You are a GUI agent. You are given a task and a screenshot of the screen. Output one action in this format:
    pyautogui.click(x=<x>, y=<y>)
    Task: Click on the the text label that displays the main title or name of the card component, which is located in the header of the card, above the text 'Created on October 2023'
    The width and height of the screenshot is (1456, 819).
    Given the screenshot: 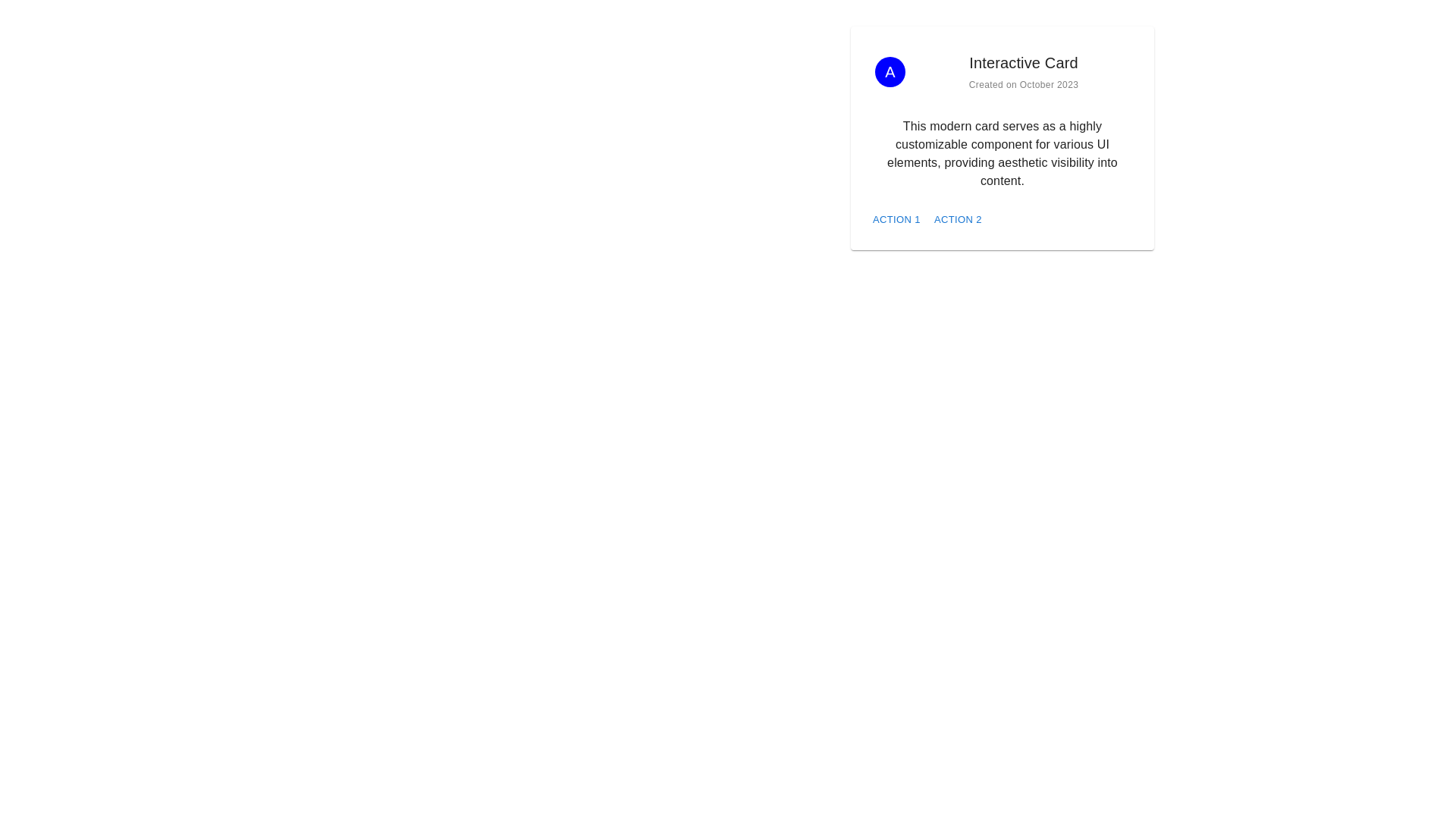 What is the action you would take?
    pyautogui.click(x=1023, y=62)
    